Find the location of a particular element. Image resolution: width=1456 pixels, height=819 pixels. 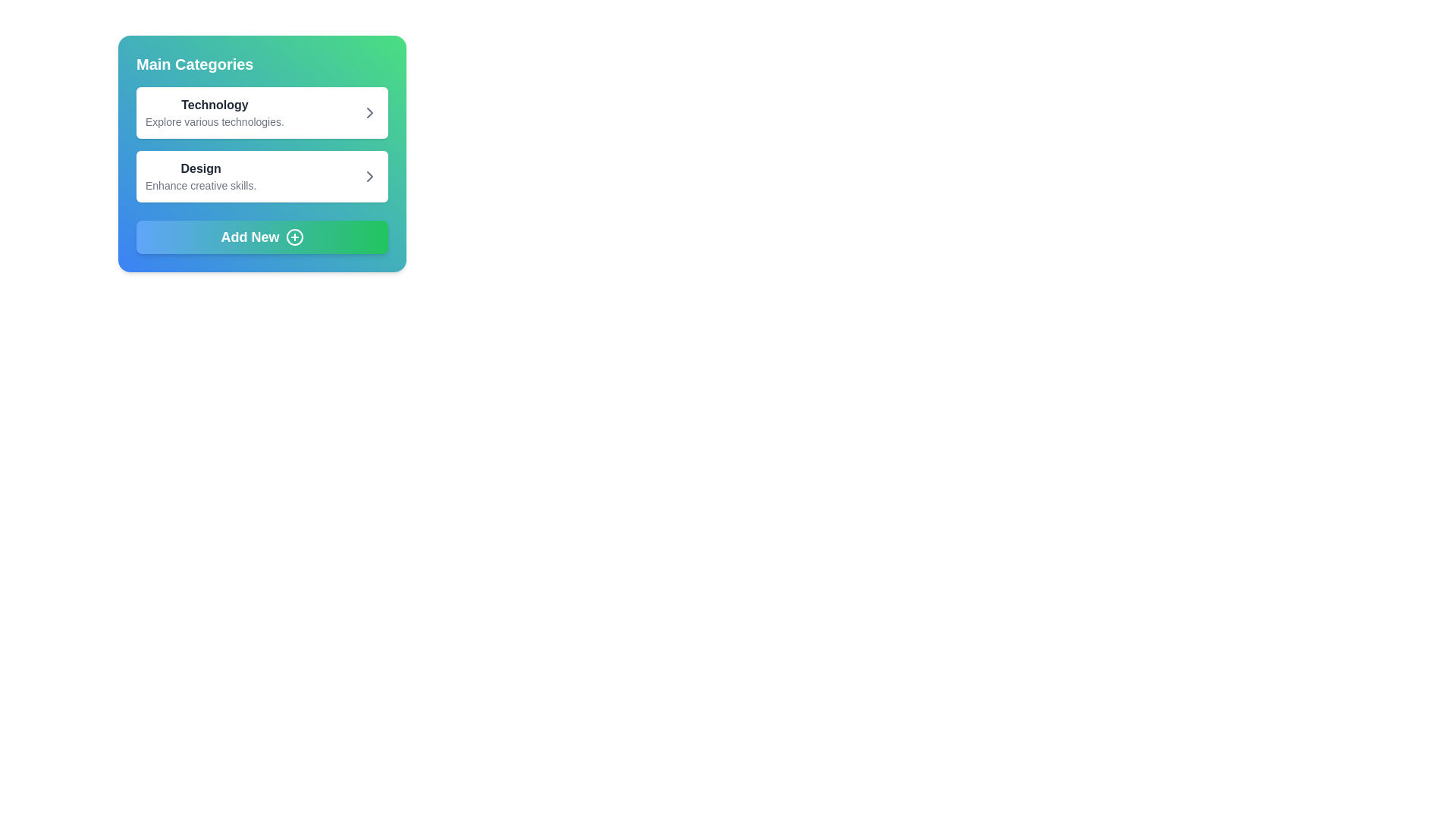

the first listed text-based menu item in the 'Main Categories' section is located at coordinates (214, 112).